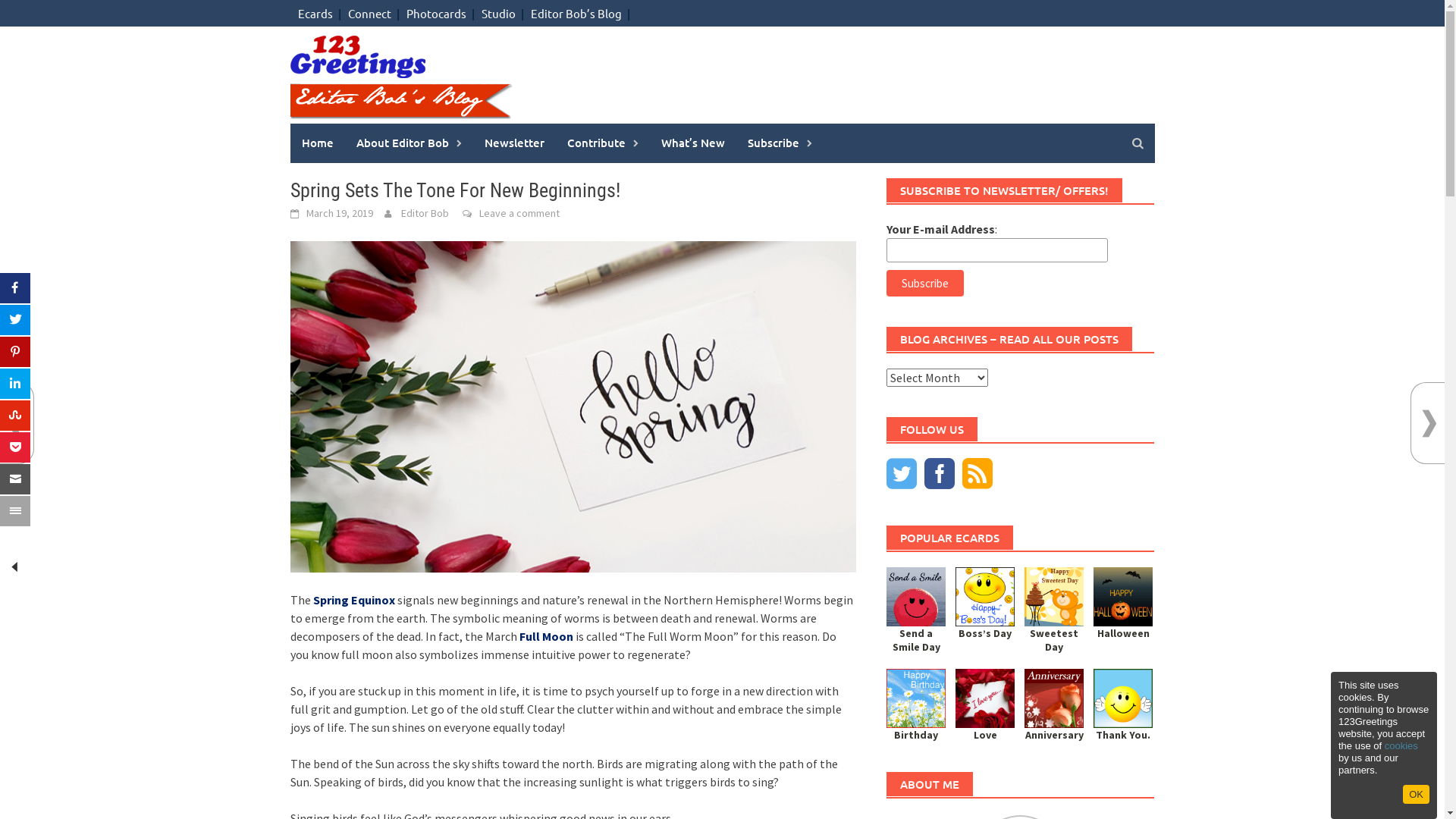 The image size is (1456, 819). I want to click on 'March 19, 2019', so click(338, 213).